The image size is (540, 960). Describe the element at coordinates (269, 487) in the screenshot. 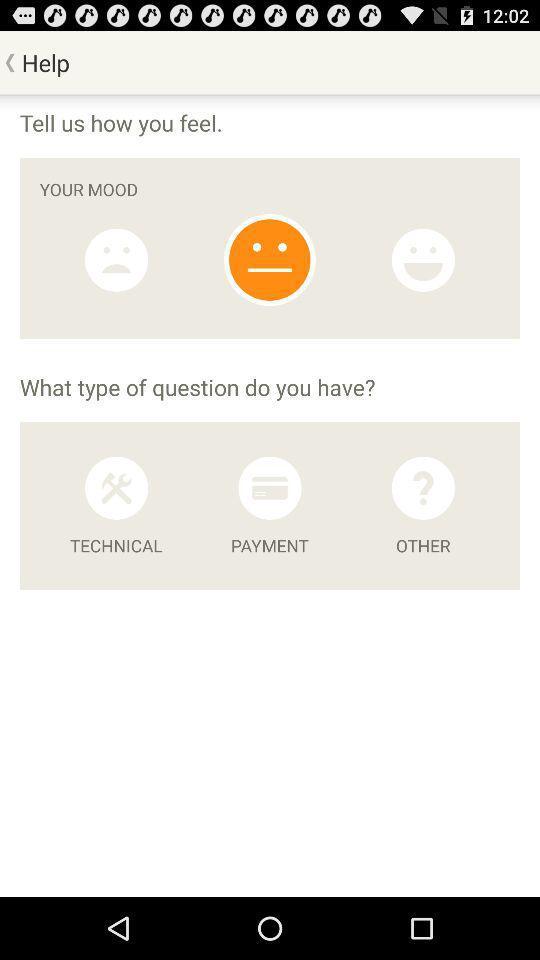

I see `payment option` at that location.